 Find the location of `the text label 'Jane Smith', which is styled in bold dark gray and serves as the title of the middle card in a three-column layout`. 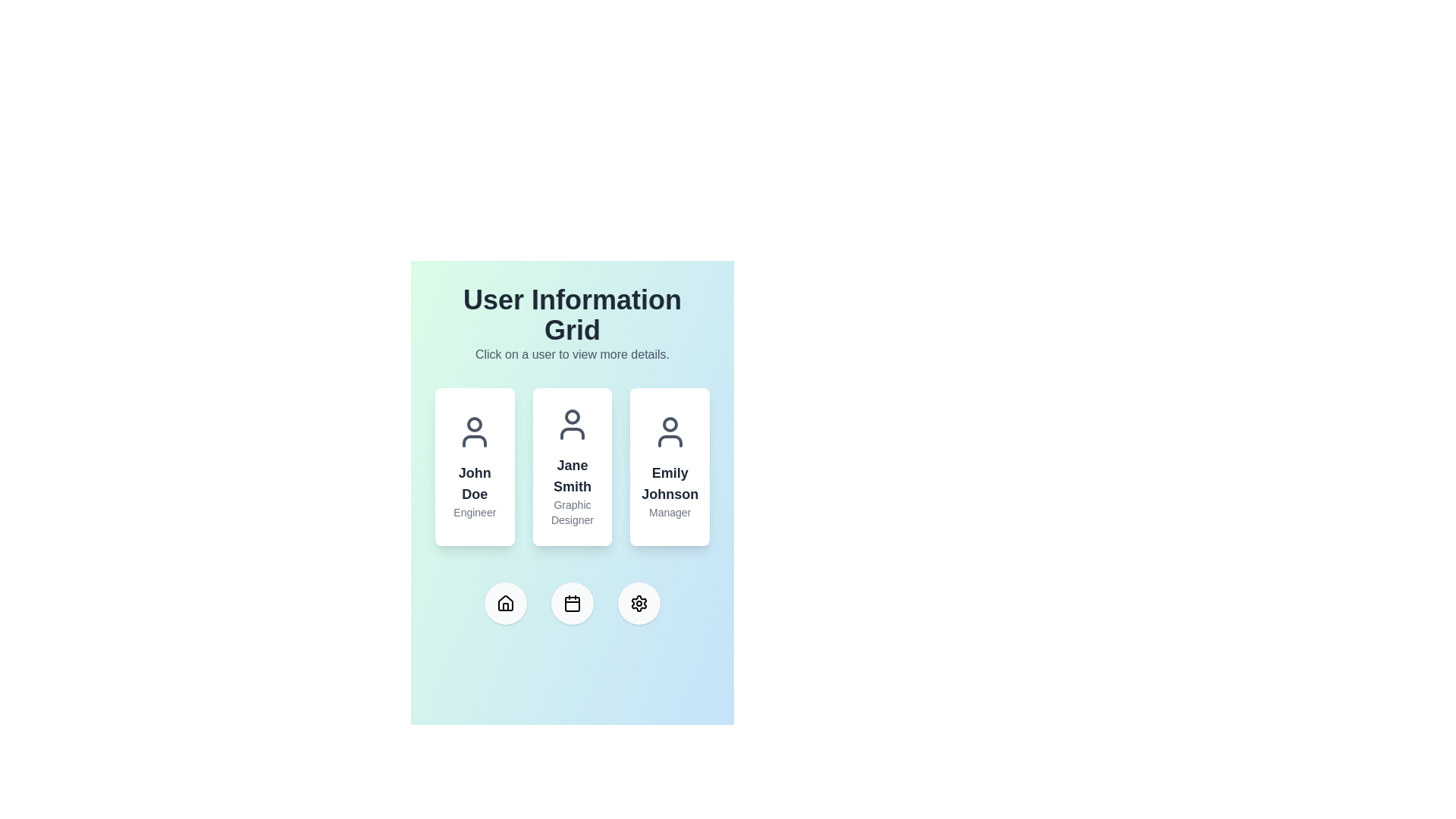

the text label 'Jane Smith', which is styled in bold dark gray and serves as the title of the middle card in a three-column layout is located at coordinates (571, 475).